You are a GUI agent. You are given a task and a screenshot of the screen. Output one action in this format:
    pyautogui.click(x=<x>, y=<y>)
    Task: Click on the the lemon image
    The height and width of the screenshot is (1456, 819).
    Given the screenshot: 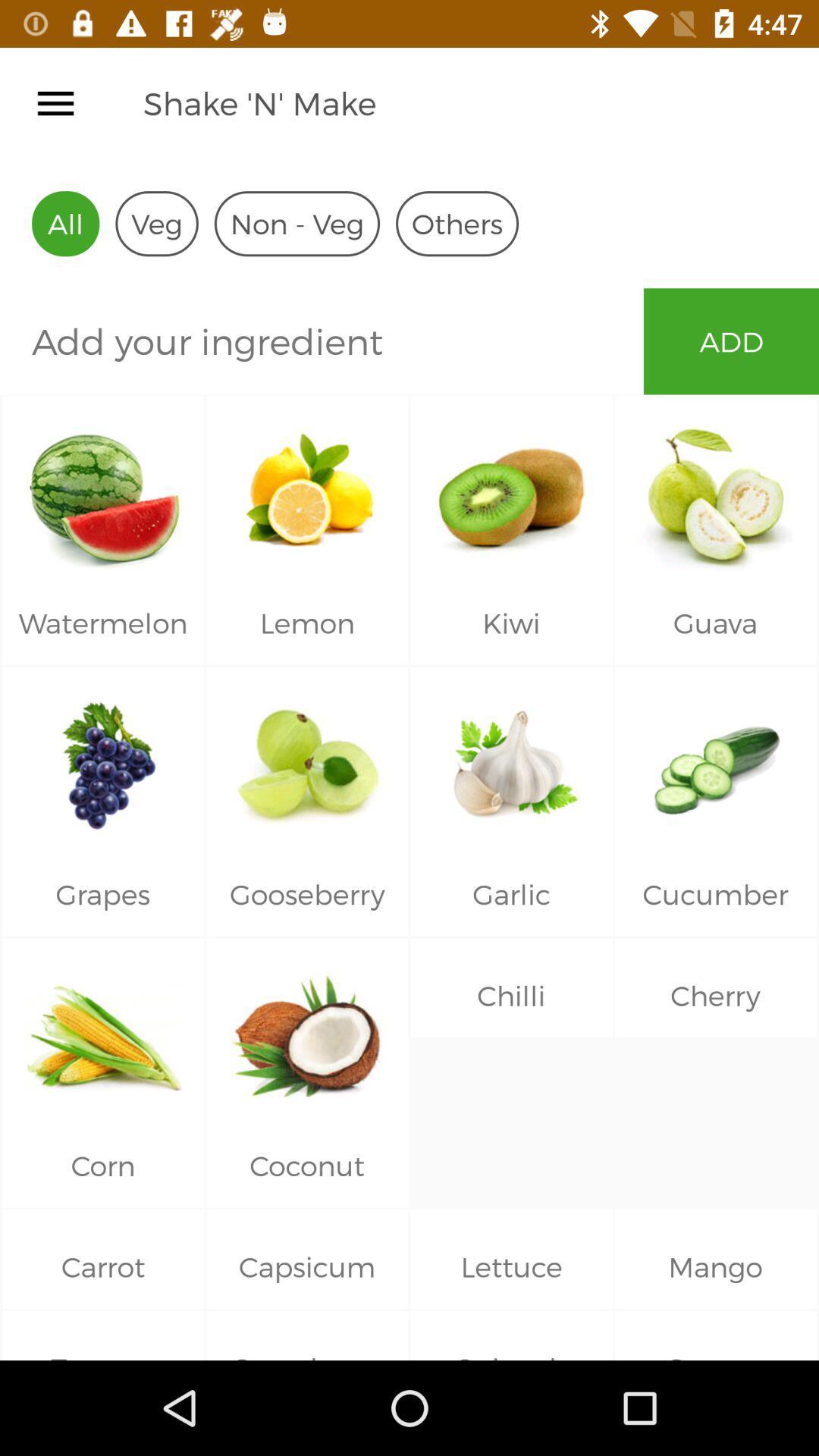 What is the action you would take?
    pyautogui.click(x=307, y=488)
    